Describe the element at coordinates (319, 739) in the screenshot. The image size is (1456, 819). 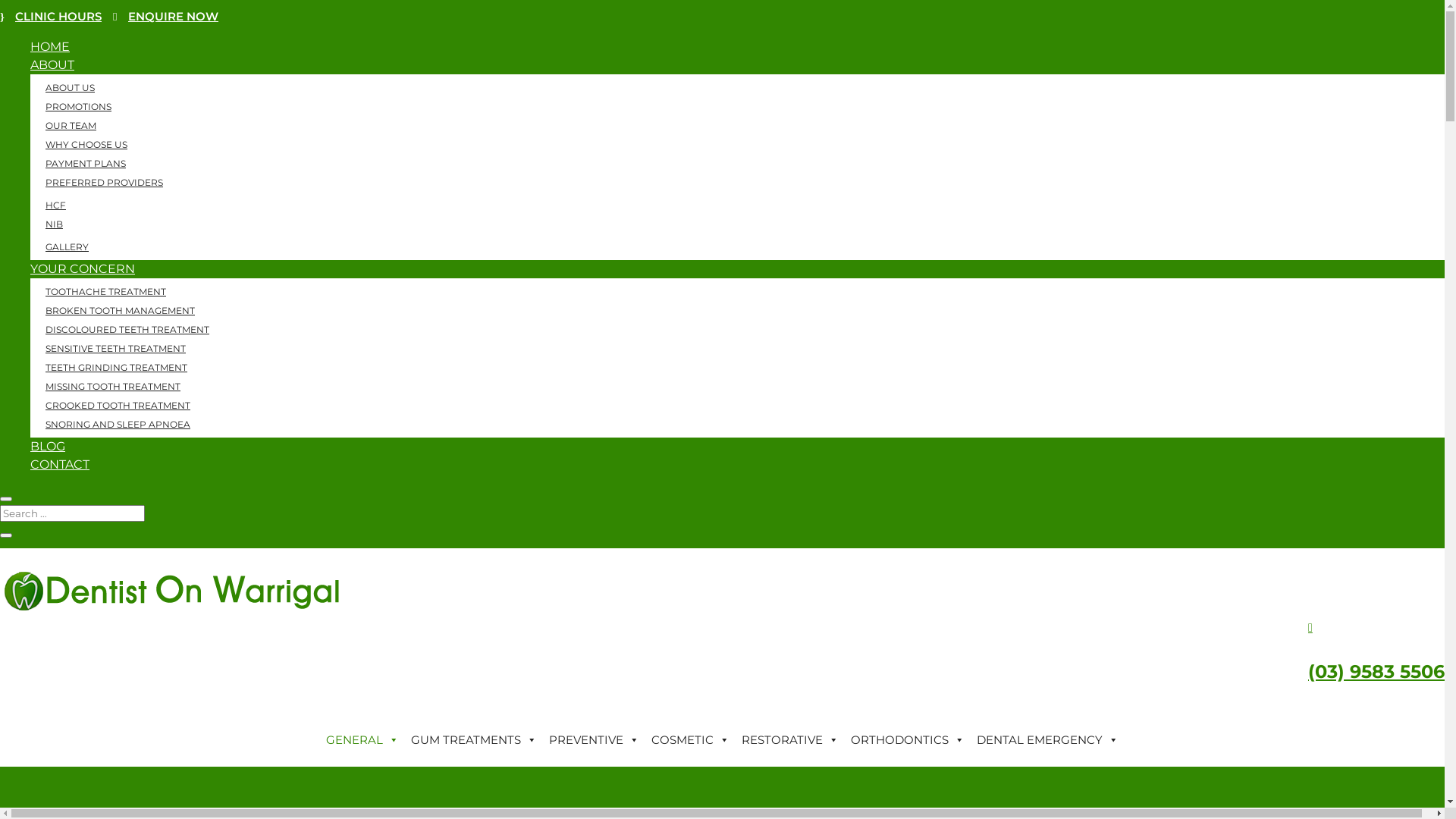
I see `'GENERAL'` at that location.